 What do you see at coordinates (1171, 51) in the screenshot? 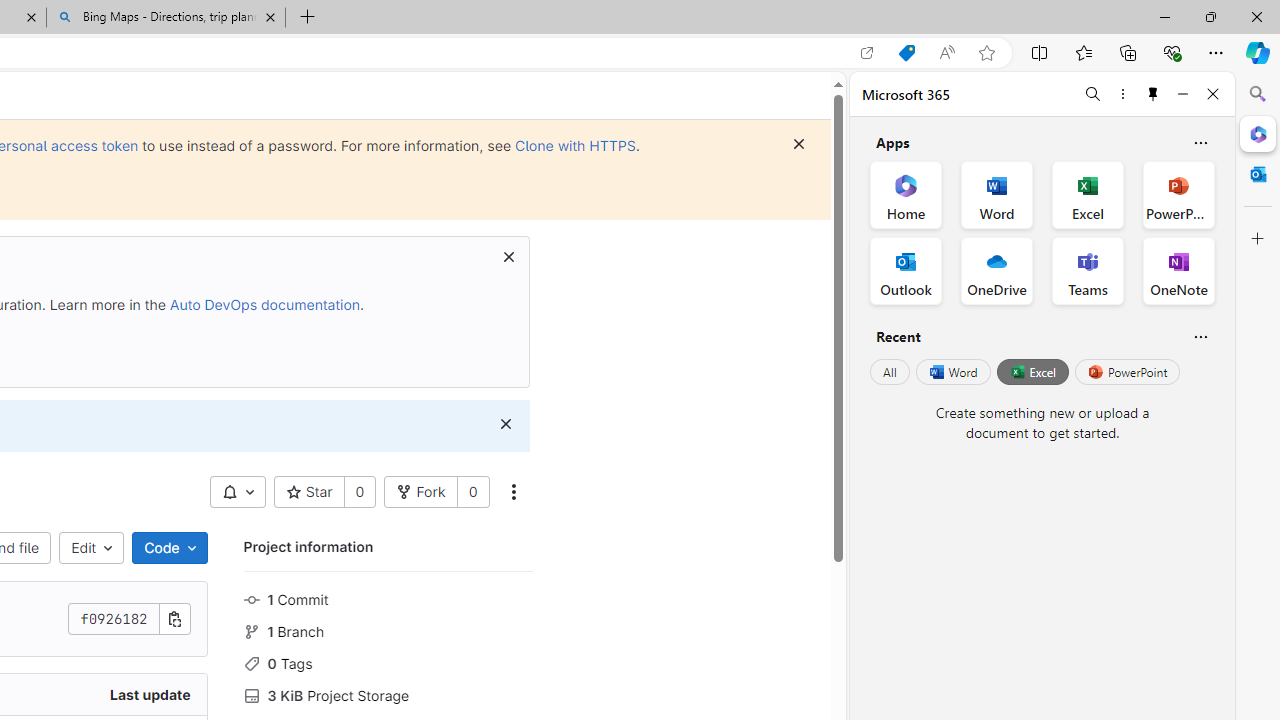
I see `'Browser essentials'` at bounding box center [1171, 51].